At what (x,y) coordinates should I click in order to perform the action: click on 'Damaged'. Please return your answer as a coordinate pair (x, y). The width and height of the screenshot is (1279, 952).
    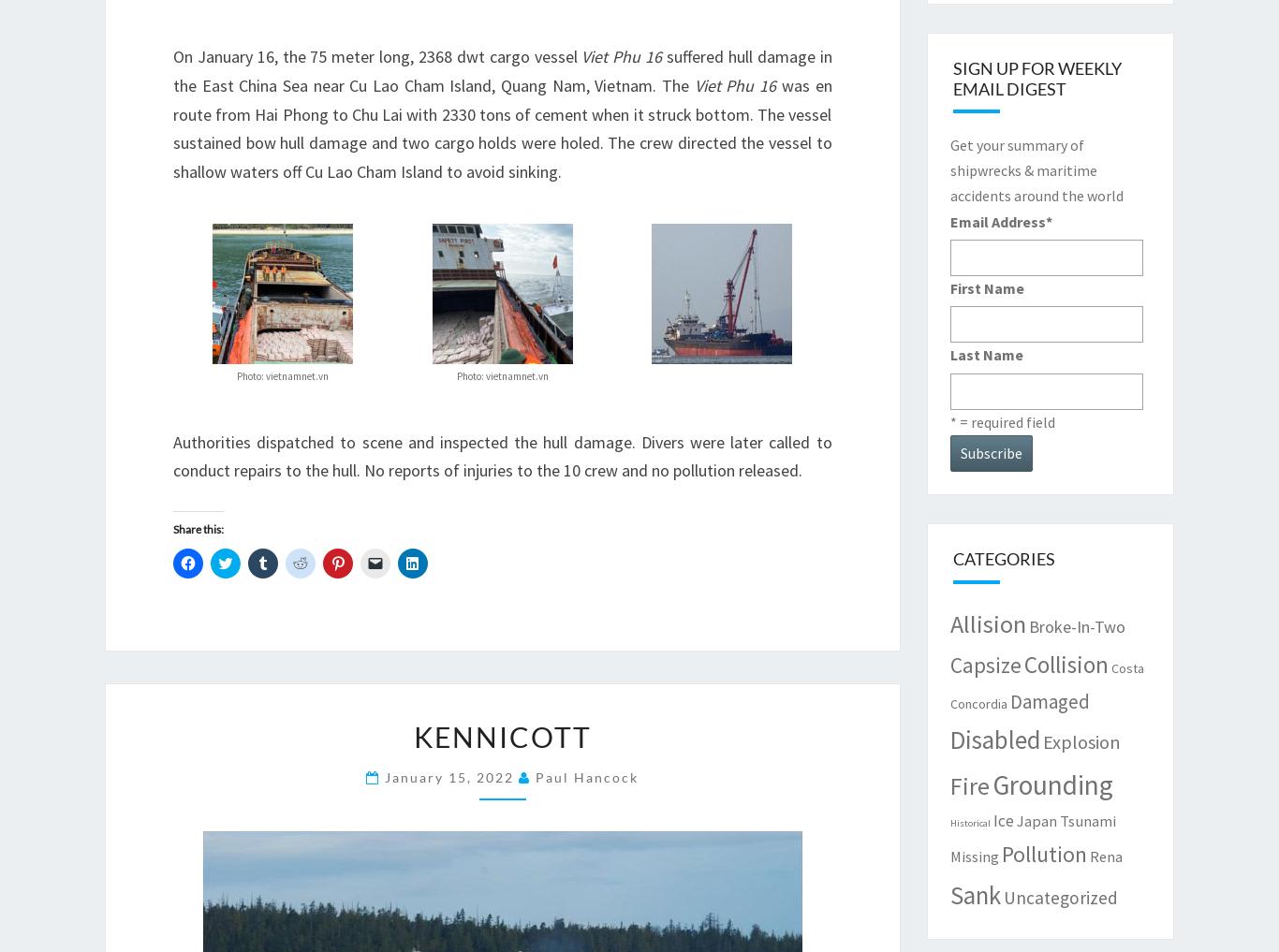
    Looking at the image, I should click on (1048, 701).